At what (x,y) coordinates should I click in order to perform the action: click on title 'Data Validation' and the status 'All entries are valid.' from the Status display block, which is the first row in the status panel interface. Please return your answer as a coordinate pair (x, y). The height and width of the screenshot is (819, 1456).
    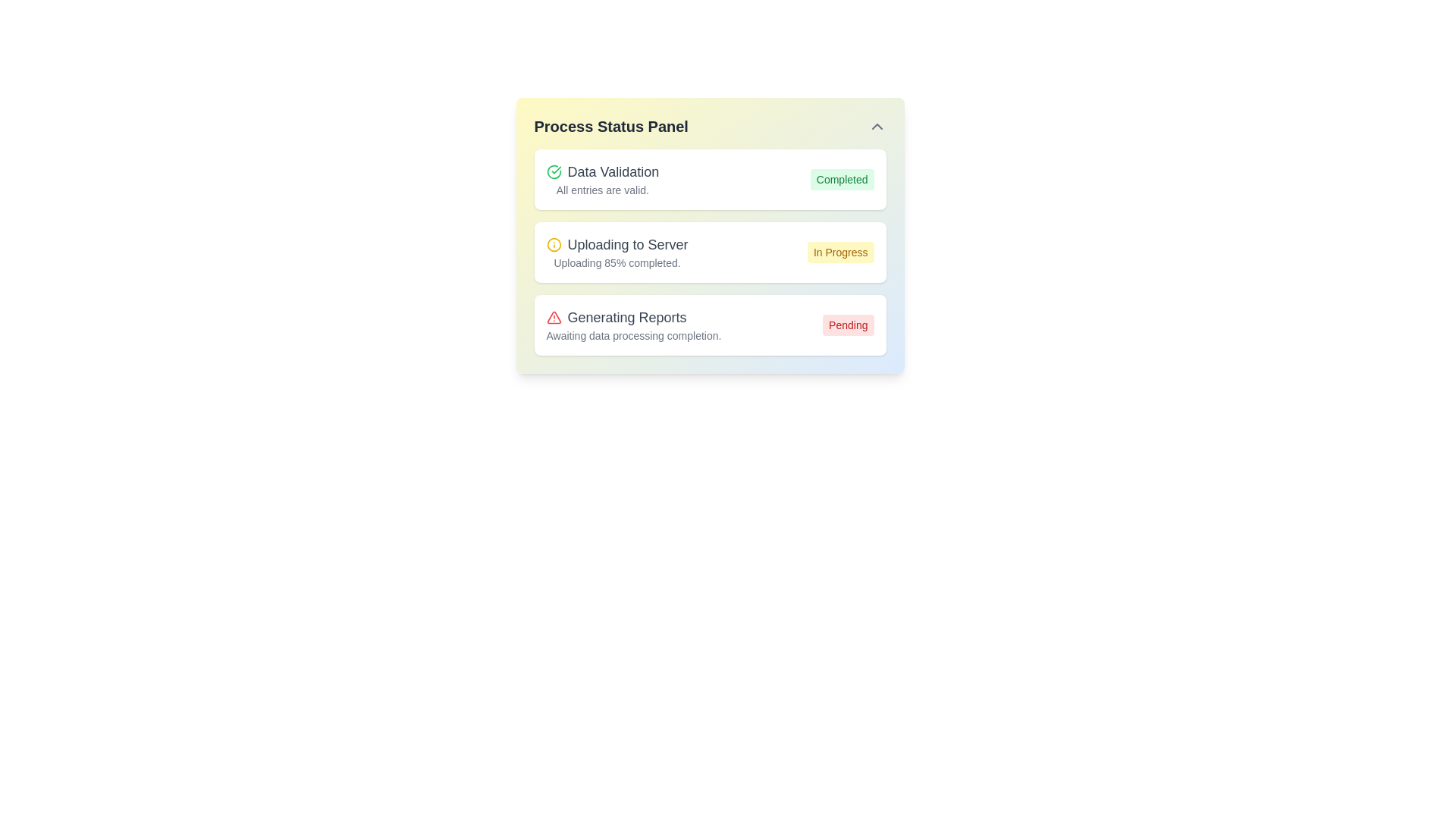
    Looking at the image, I should click on (709, 178).